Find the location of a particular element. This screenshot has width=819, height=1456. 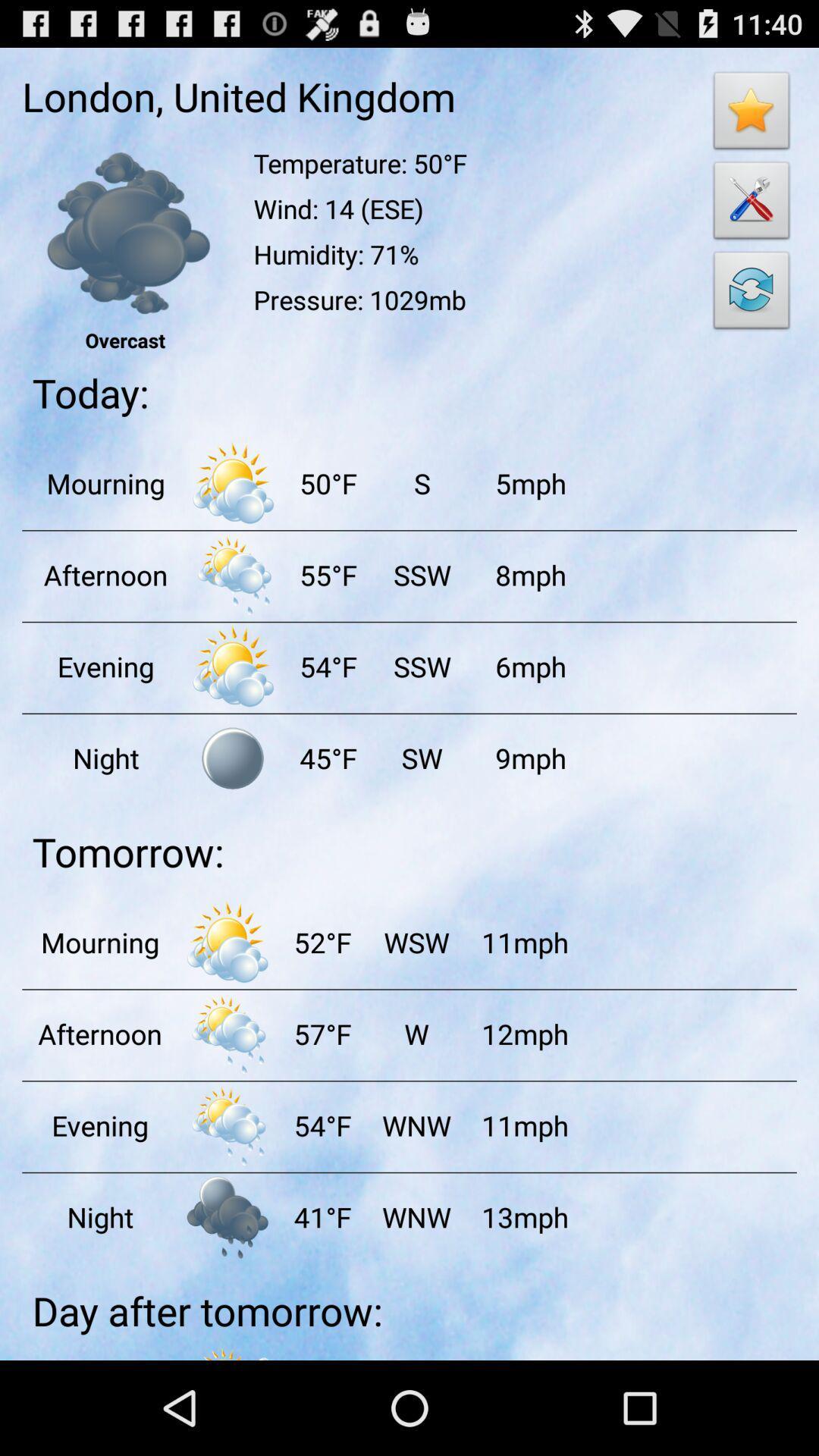

the build icon is located at coordinates (752, 218).